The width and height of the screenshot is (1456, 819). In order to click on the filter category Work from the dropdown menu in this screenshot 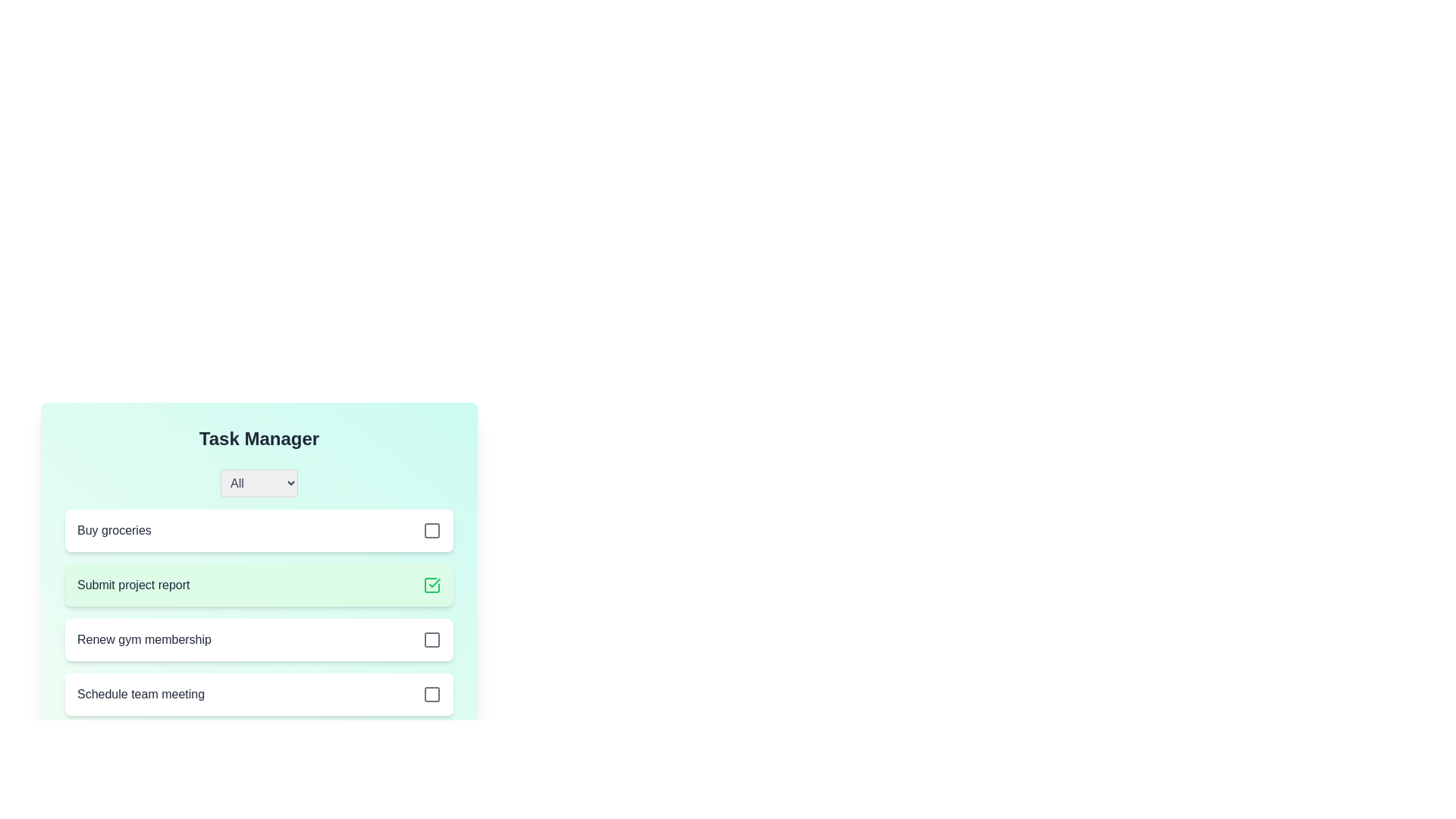, I will do `click(259, 483)`.